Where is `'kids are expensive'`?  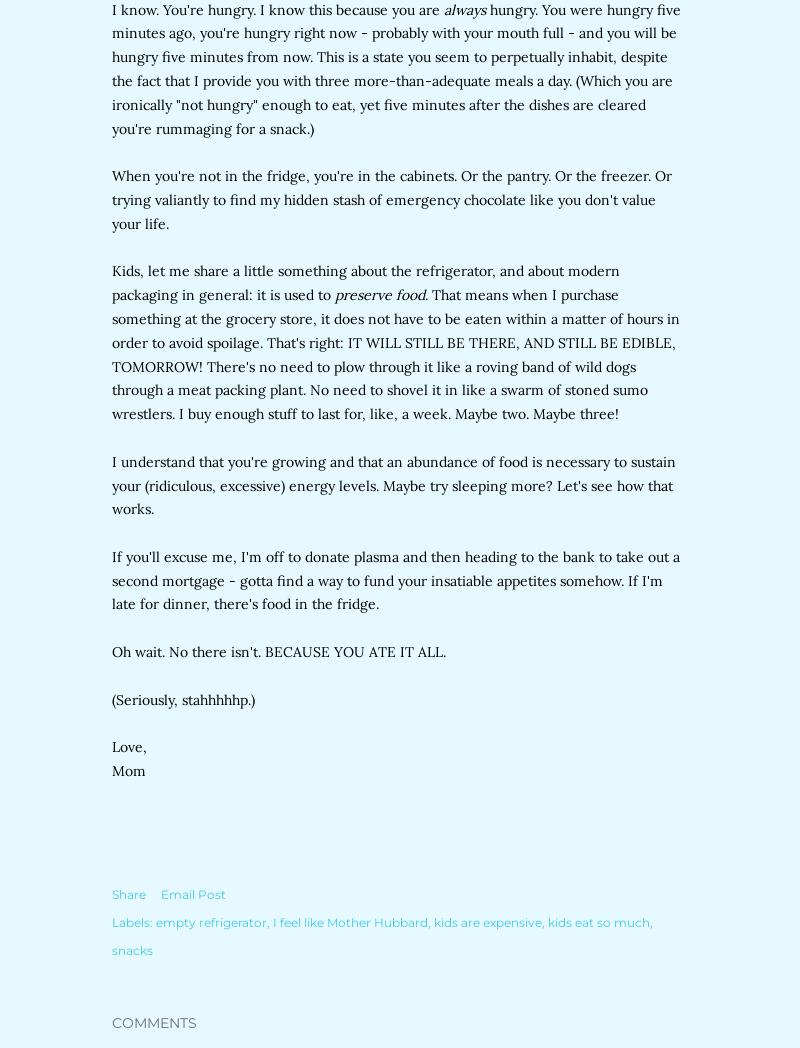
'kids are expensive' is located at coordinates (433, 922).